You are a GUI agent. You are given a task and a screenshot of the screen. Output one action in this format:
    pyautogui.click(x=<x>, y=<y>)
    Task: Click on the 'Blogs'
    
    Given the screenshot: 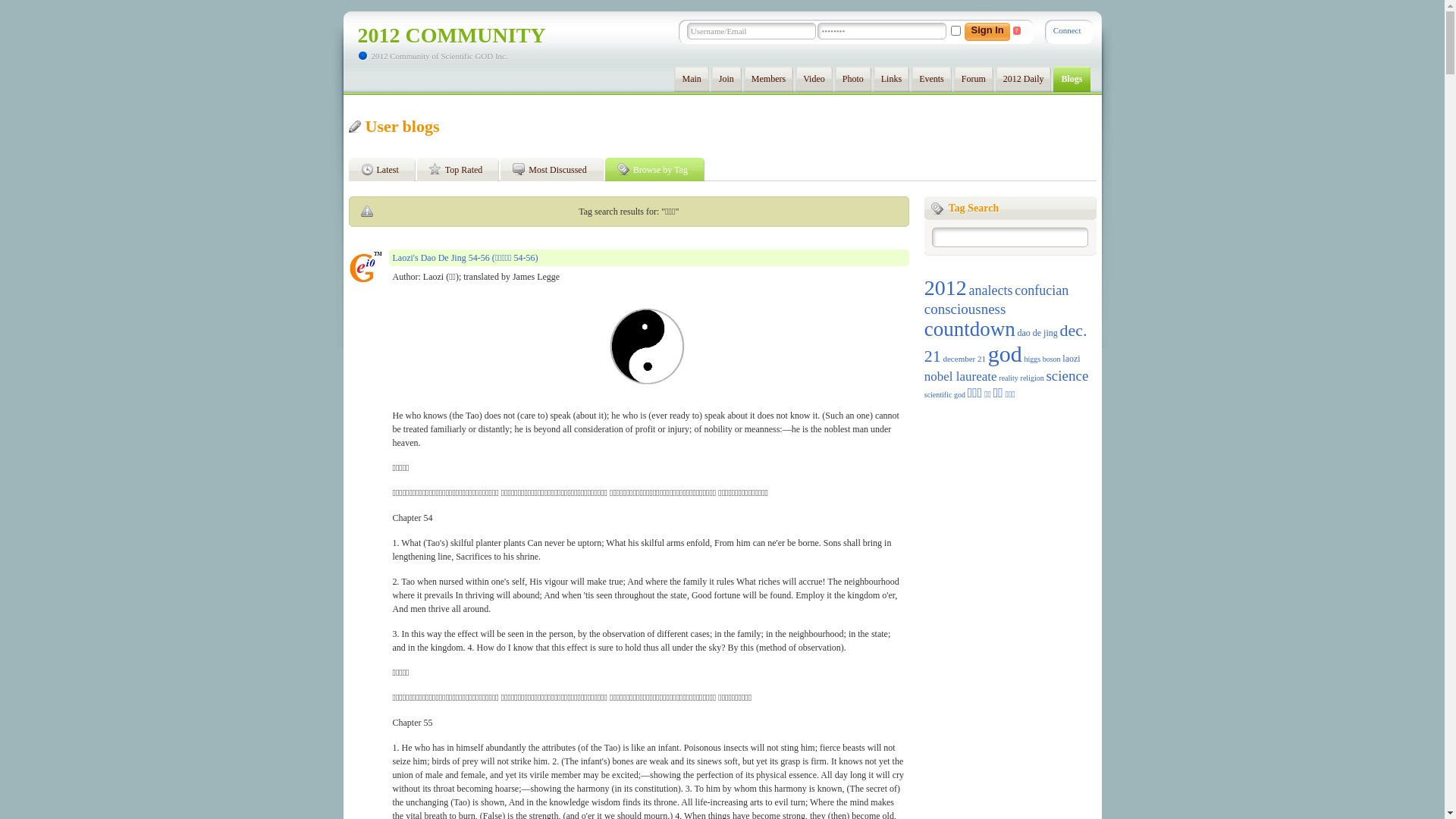 What is the action you would take?
    pyautogui.click(x=1070, y=79)
    